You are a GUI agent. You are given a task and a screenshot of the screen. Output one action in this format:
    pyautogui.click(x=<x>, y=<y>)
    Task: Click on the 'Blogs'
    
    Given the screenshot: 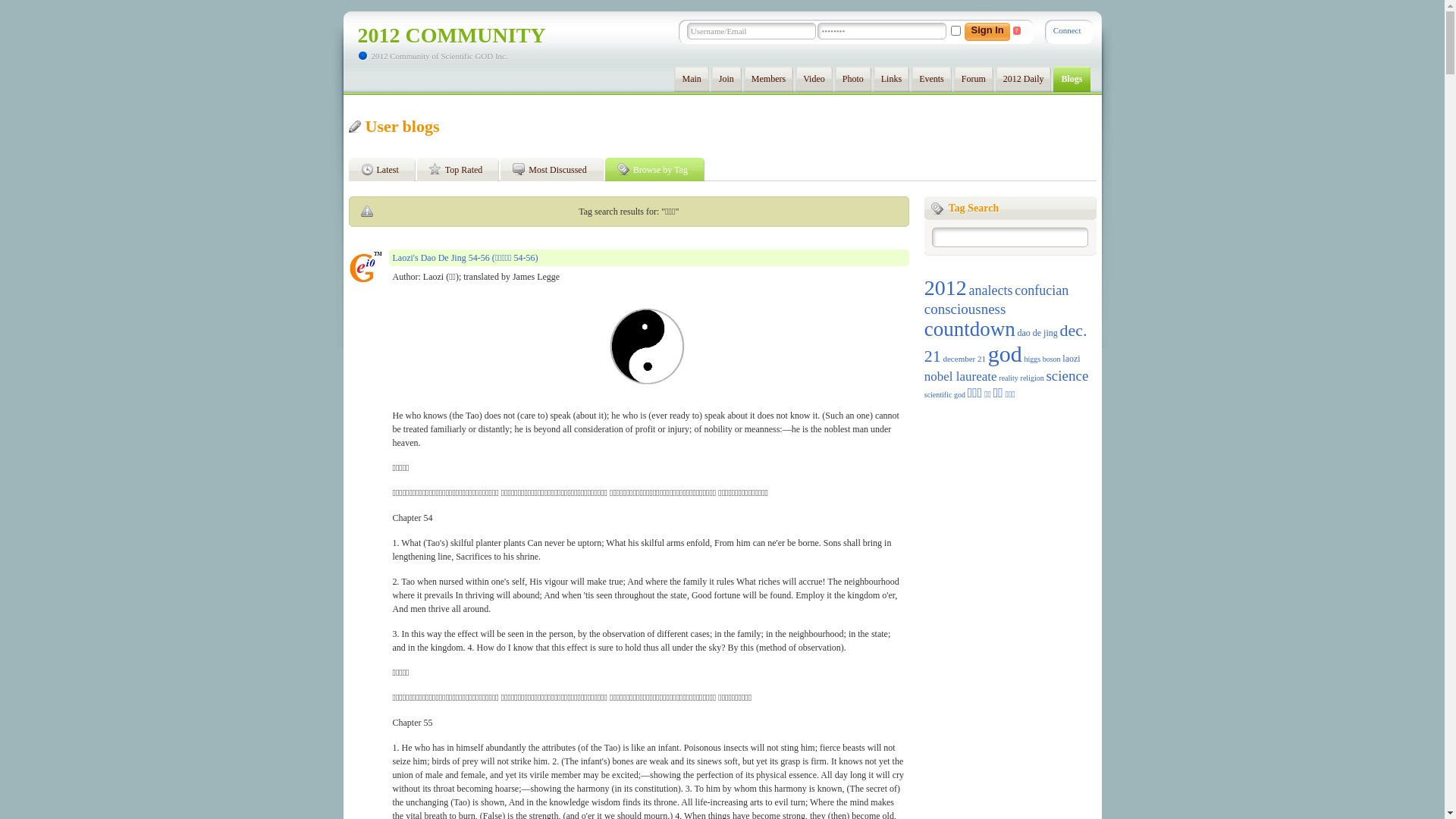 What is the action you would take?
    pyautogui.click(x=1070, y=79)
    